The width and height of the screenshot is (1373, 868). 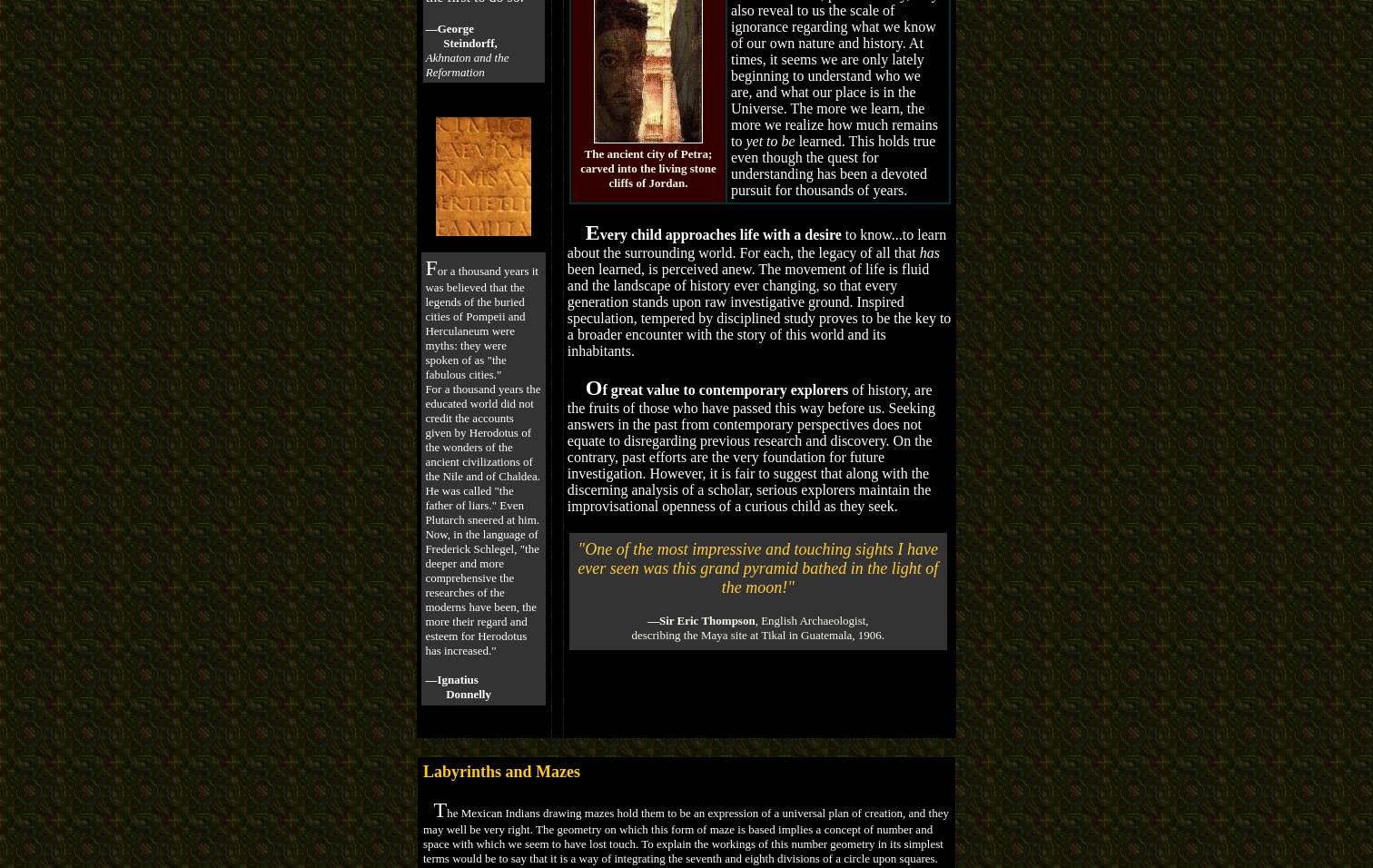 What do you see at coordinates (700, 619) in the screenshot?
I see `'—Sir Eric Thompson'` at bounding box center [700, 619].